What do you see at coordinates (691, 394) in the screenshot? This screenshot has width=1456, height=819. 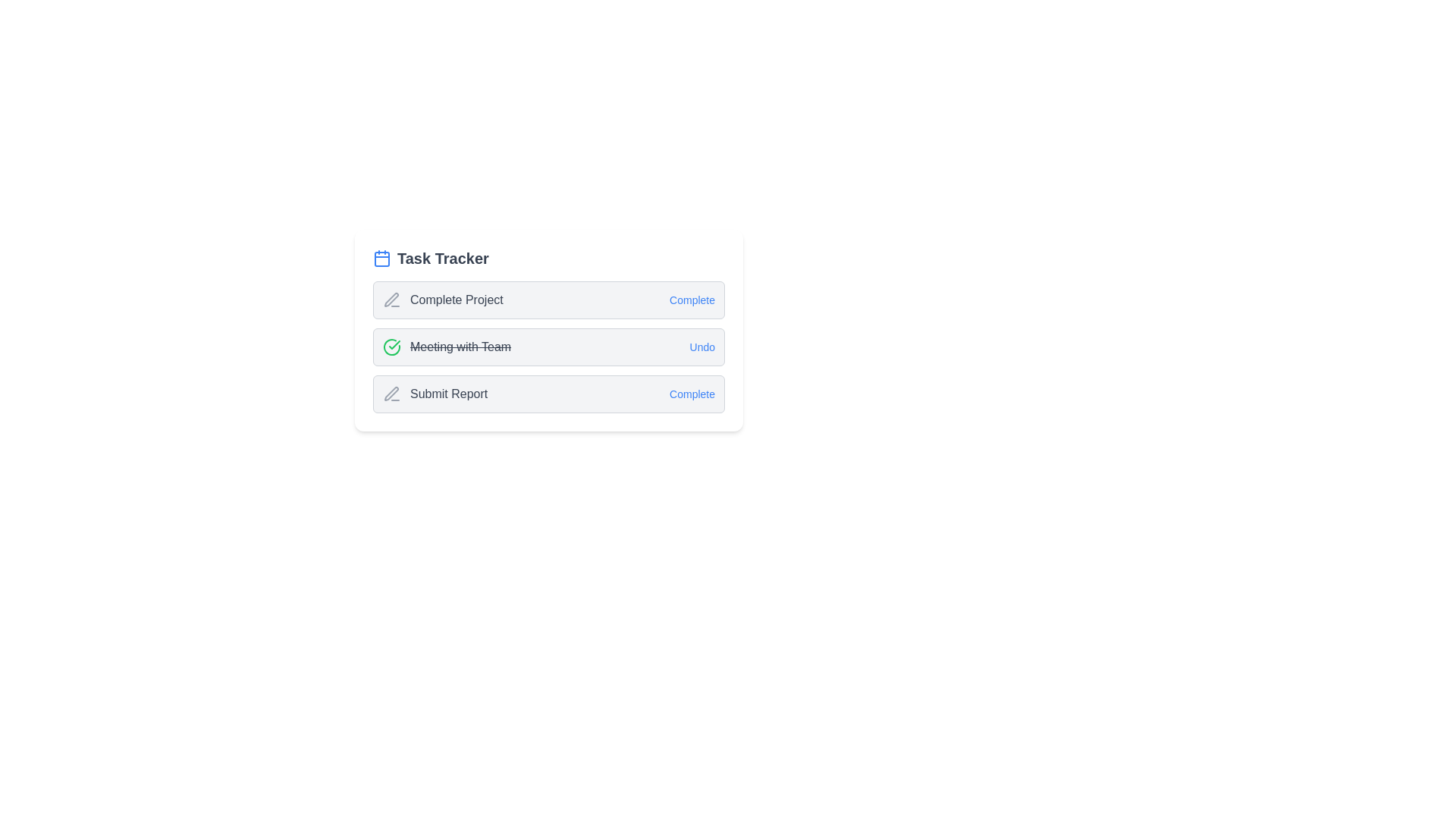 I see `the button styled as a text link located at the far-right end of the 'Submit Report' row to mark the associated task as completed` at bounding box center [691, 394].